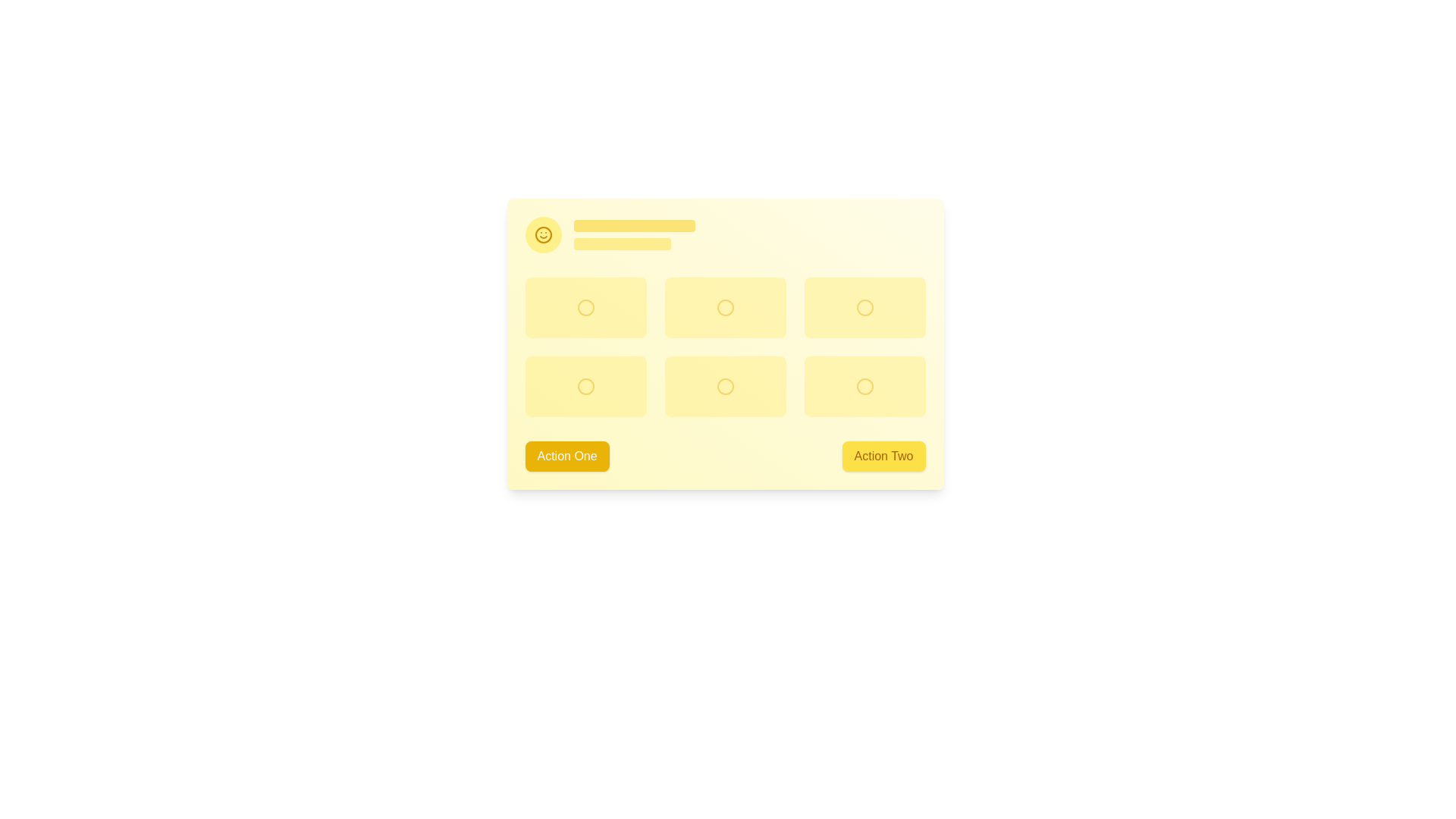 This screenshot has width=1456, height=819. I want to click on the small circular yellow icon with a smiley face located at the upper-left corner of the interface, so click(543, 234).